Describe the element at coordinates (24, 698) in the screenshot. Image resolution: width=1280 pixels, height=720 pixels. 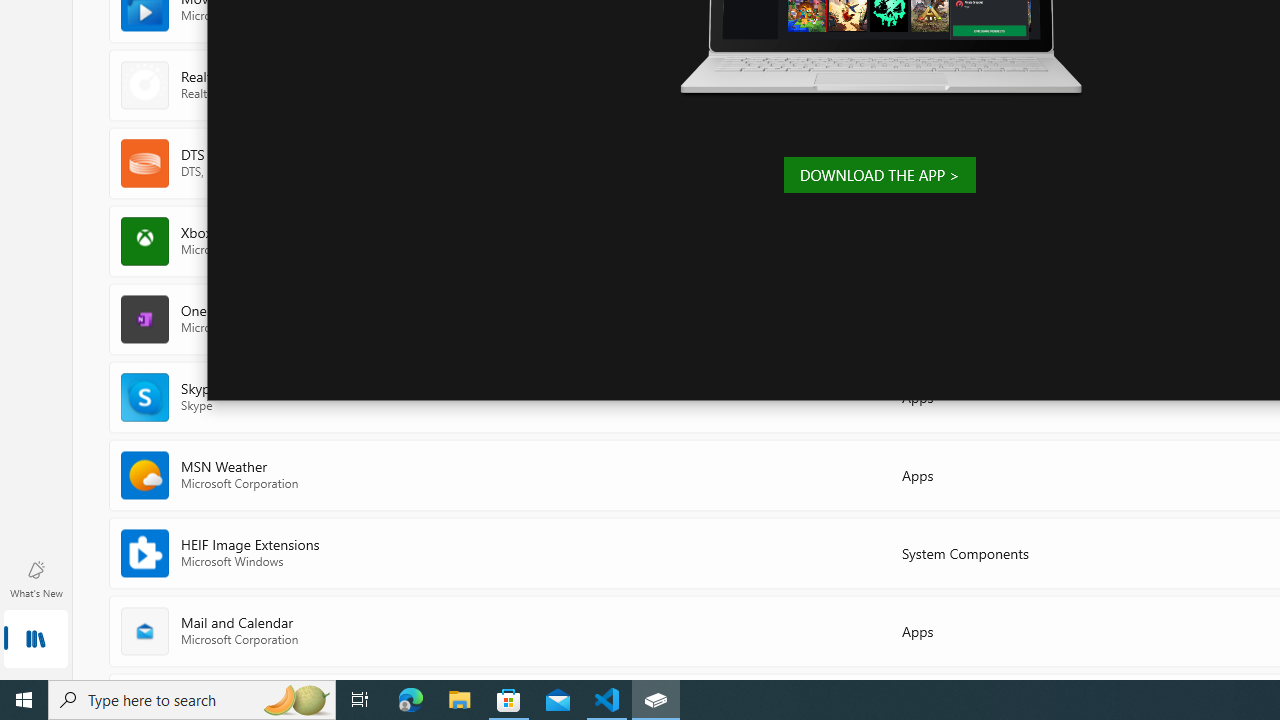
I see `'Start'` at that location.